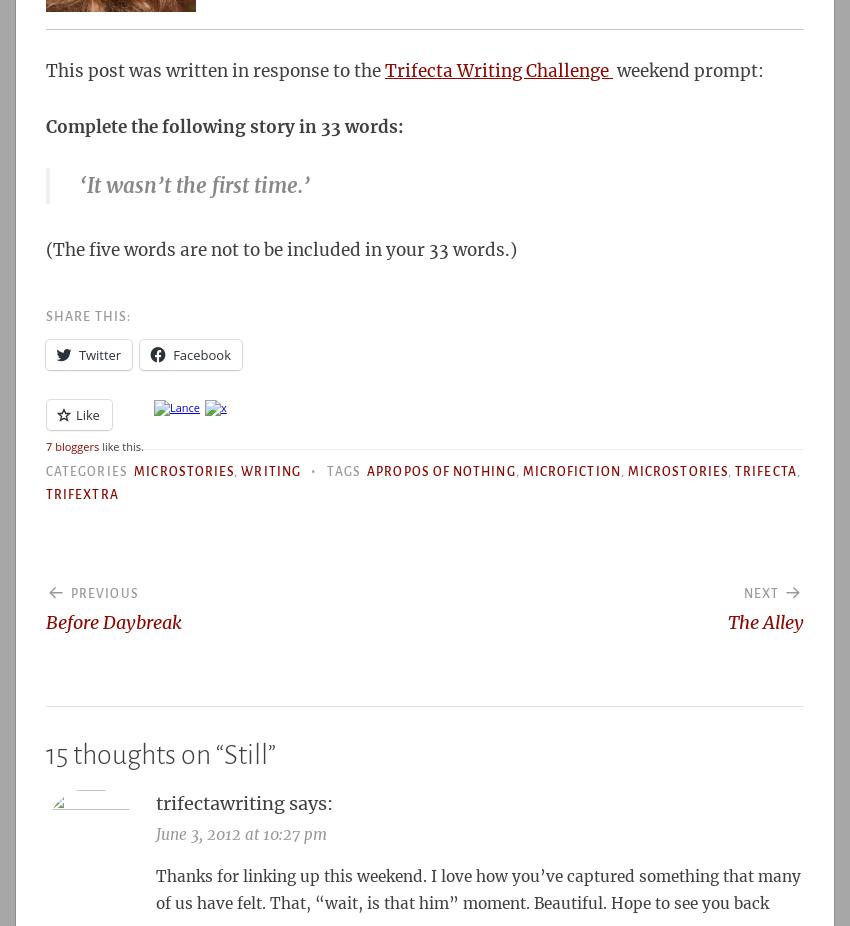 Image resolution: width=850 pixels, height=926 pixels. What do you see at coordinates (760, 593) in the screenshot?
I see `'Next'` at bounding box center [760, 593].